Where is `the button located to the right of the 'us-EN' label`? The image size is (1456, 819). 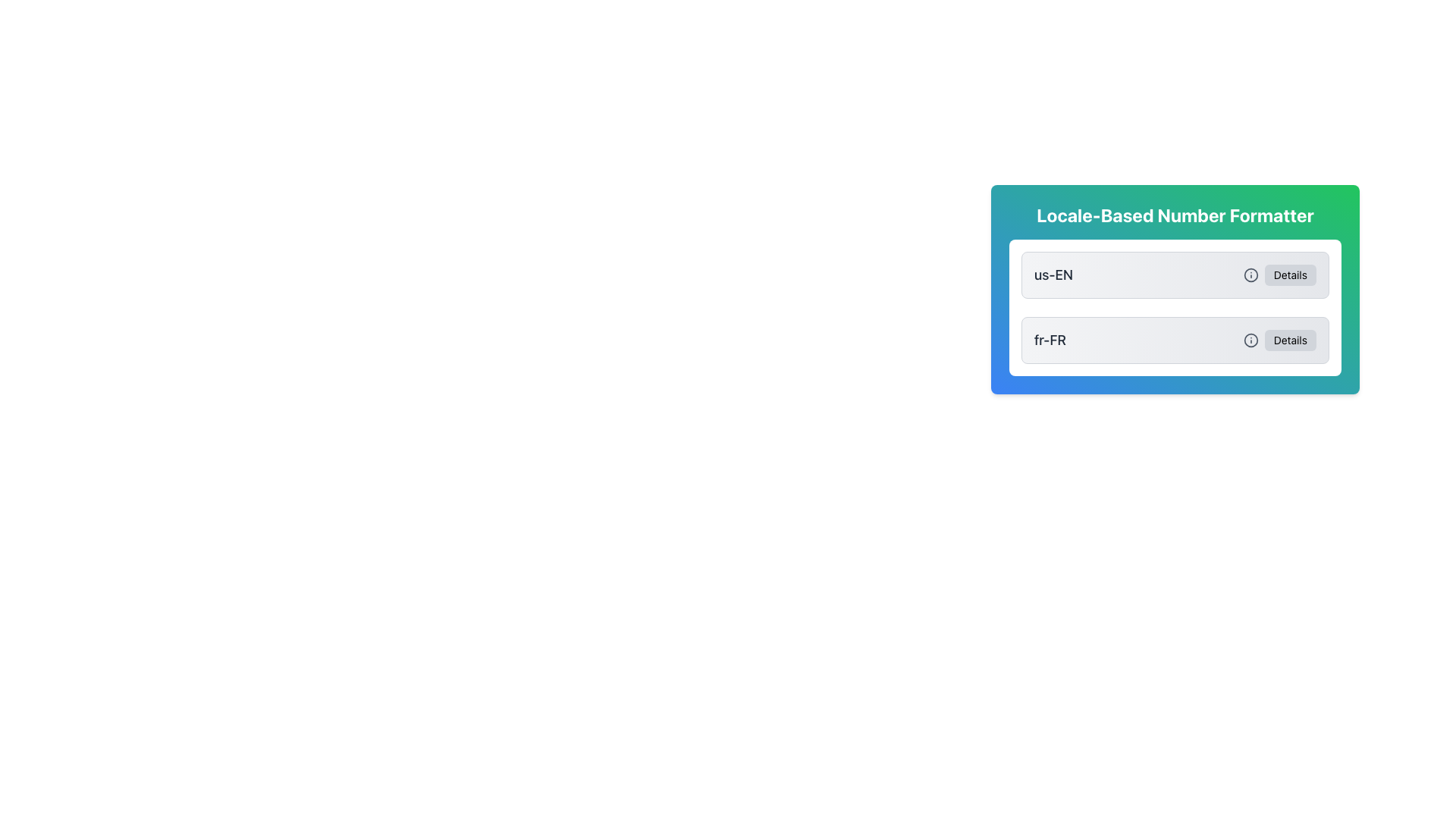 the button located to the right of the 'us-EN' label is located at coordinates (1279, 275).